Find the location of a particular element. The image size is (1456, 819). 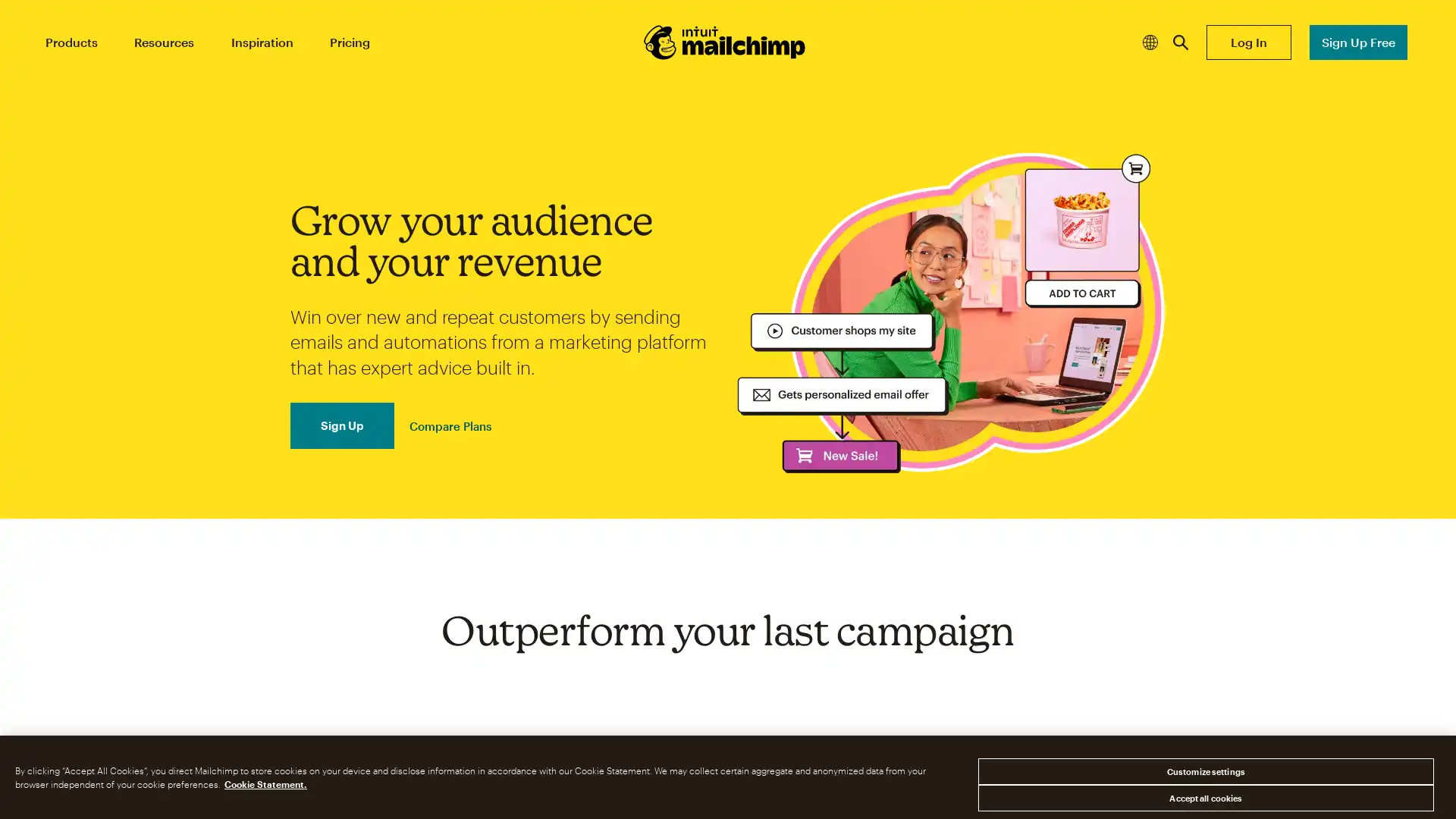

Accept all cookies is located at coordinates (1204, 797).